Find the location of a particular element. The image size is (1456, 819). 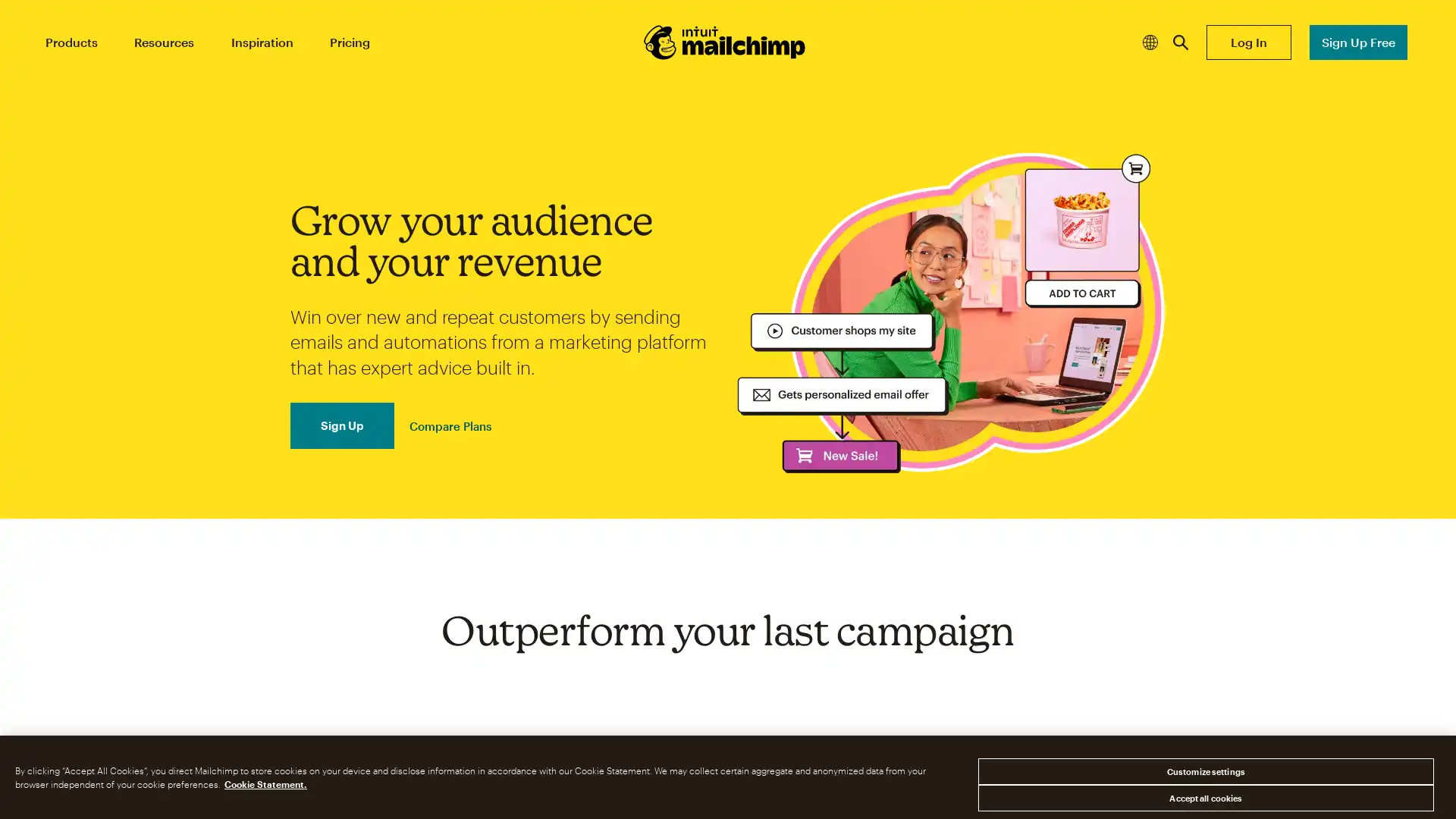

Accept all cookies is located at coordinates (1204, 797).